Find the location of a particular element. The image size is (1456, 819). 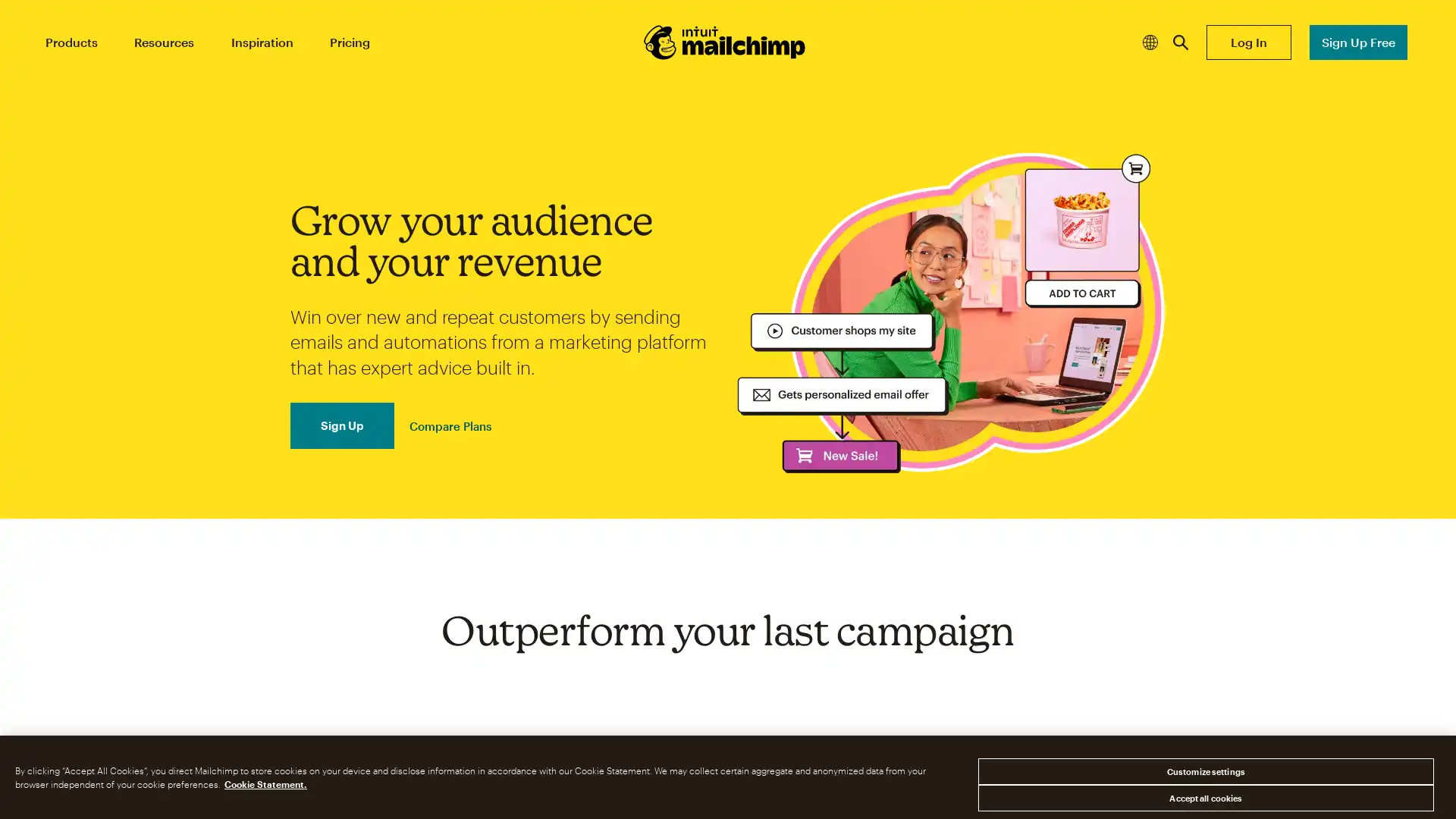

Accept all cookies is located at coordinates (1204, 797).